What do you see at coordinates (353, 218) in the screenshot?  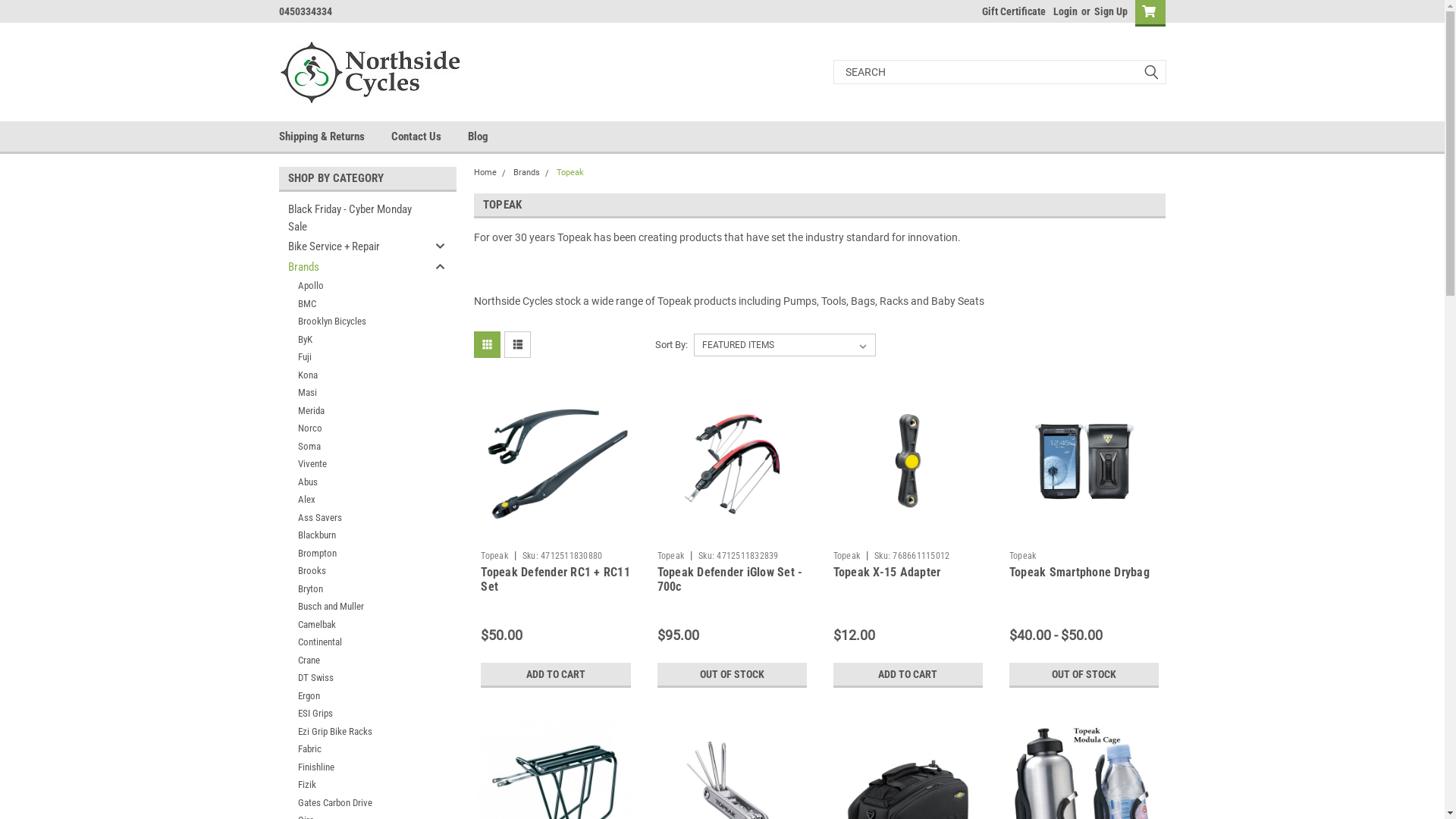 I see `'Black Friday - Cyber Monday Sale'` at bounding box center [353, 218].